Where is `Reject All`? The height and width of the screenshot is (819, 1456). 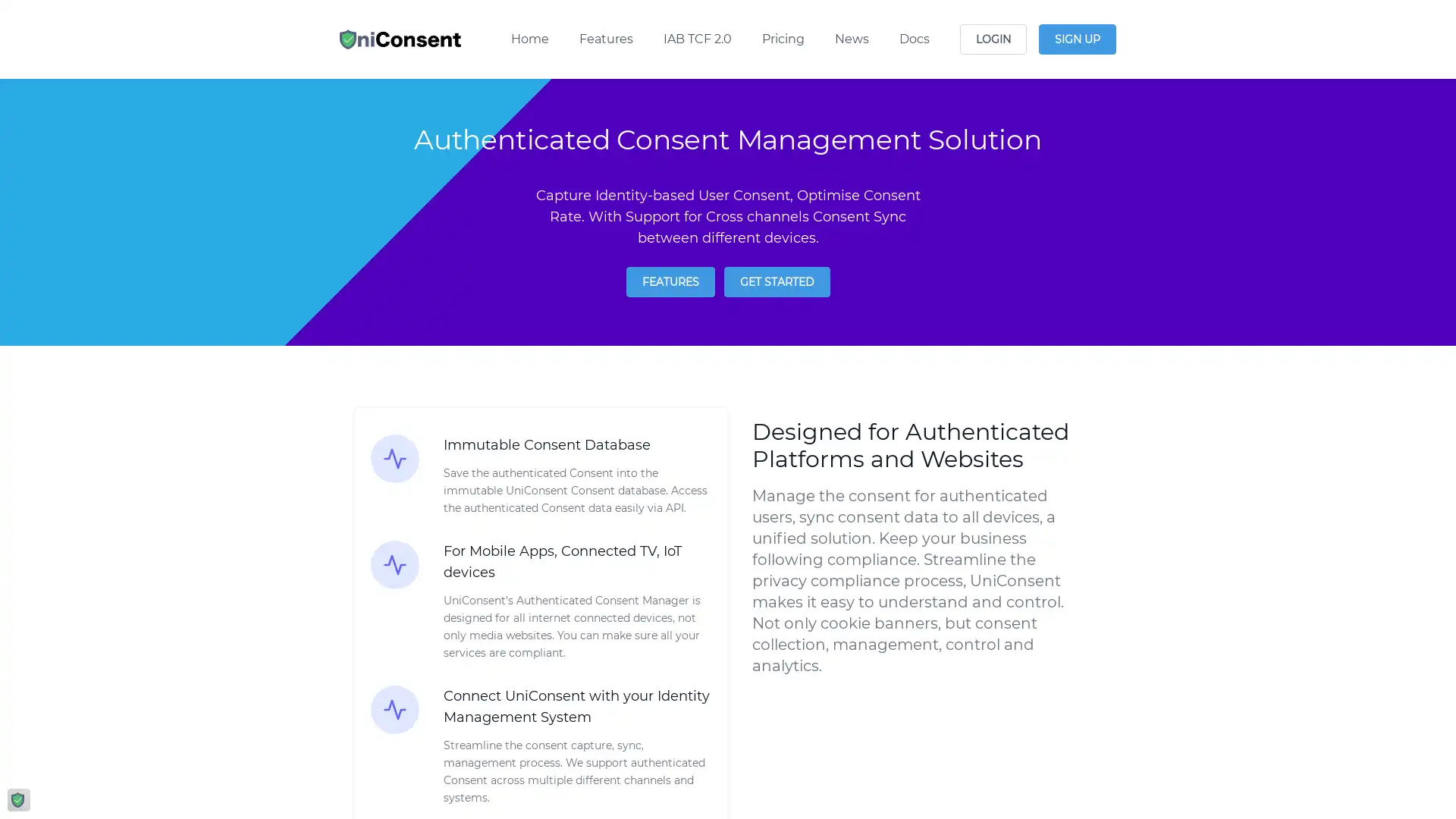
Reject All is located at coordinates (213, 791).